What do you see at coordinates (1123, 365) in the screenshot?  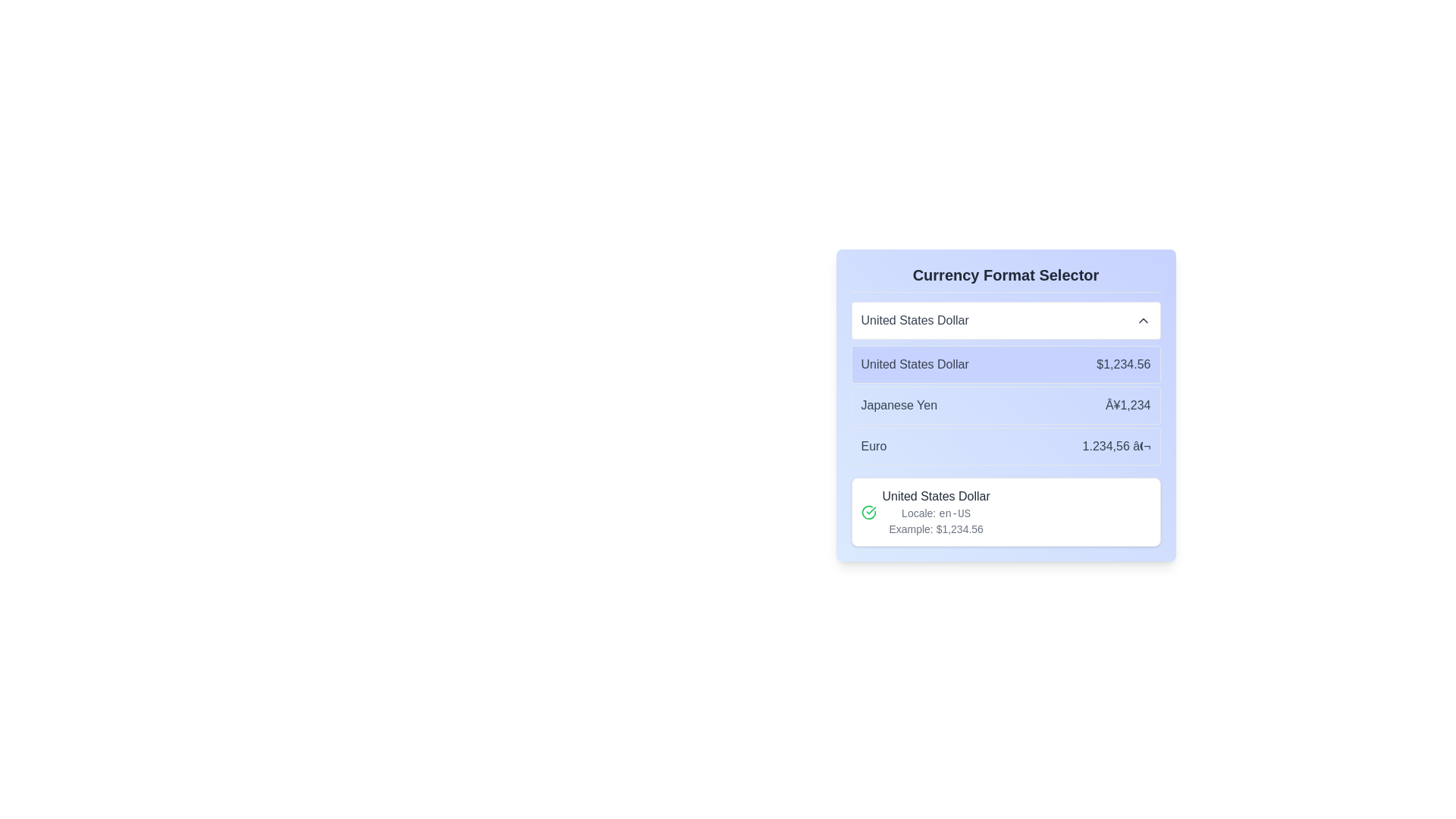 I see `the monetary value displayed as '$1,234.56' within the light indigo rounded rectangular button, which is adjacent to the 'United States Dollar' text` at bounding box center [1123, 365].